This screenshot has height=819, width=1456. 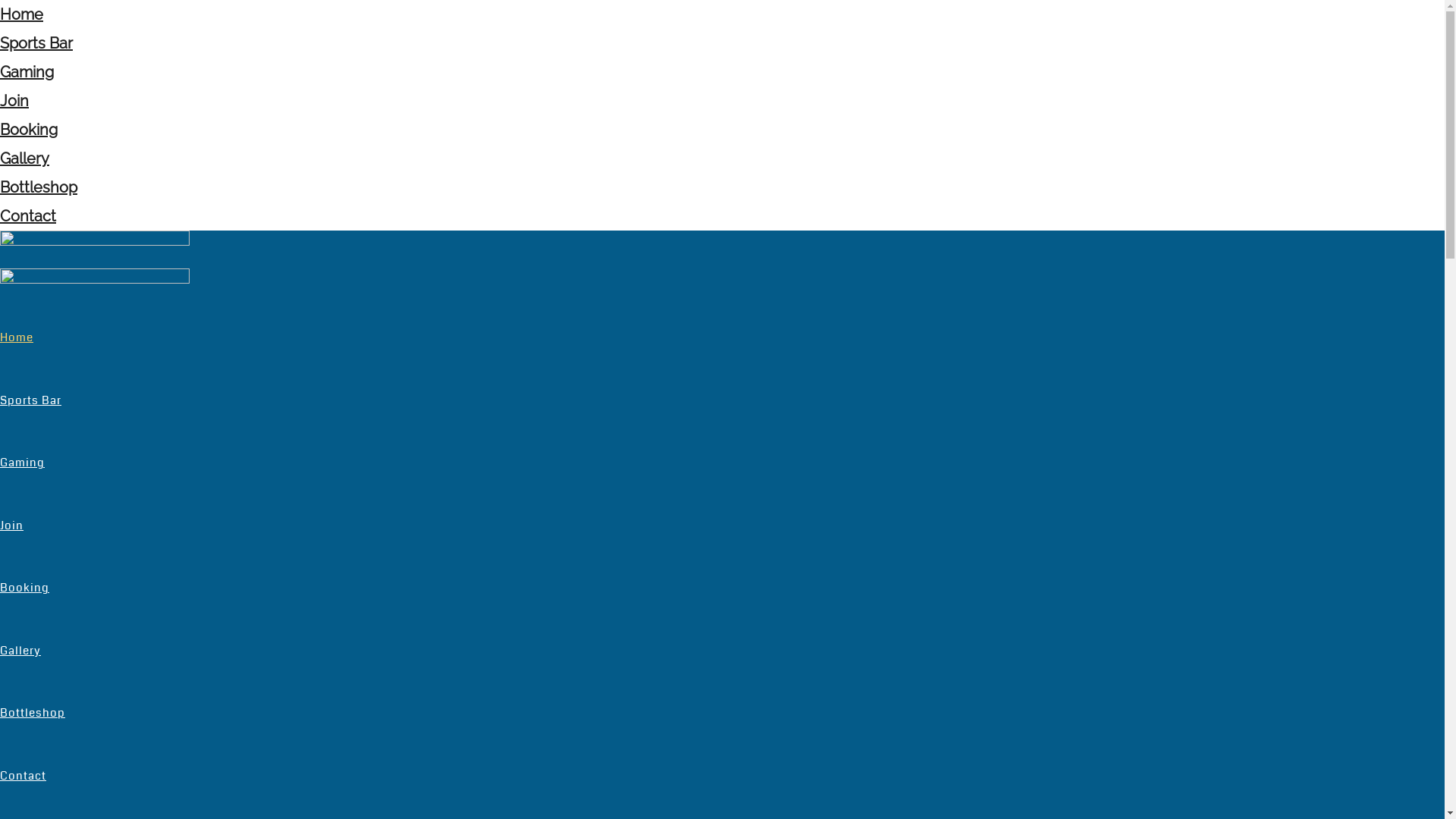 I want to click on 'Join', so click(x=11, y=525).